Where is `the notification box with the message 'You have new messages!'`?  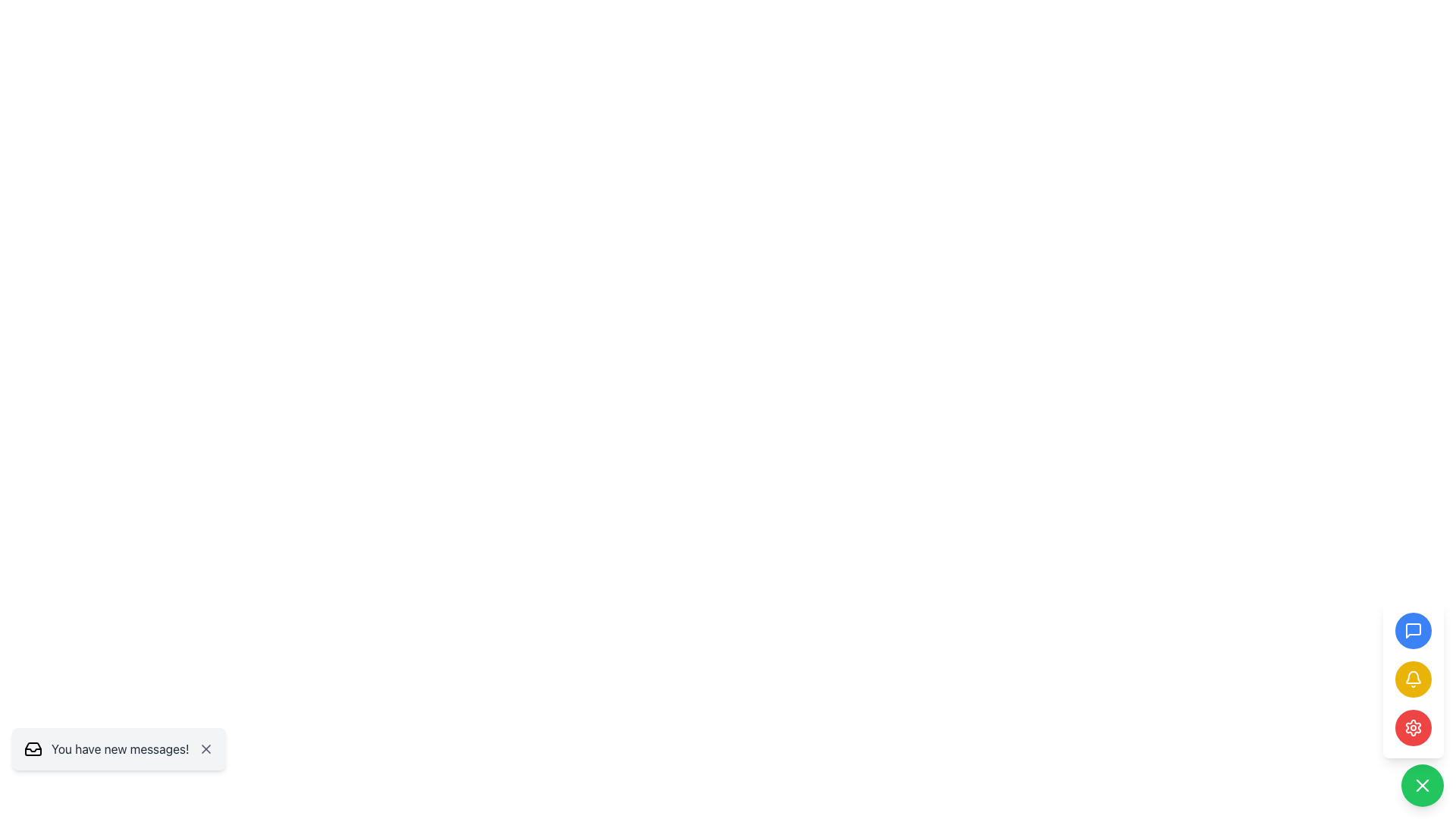 the notification box with the message 'You have new messages!' is located at coordinates (118, 748).